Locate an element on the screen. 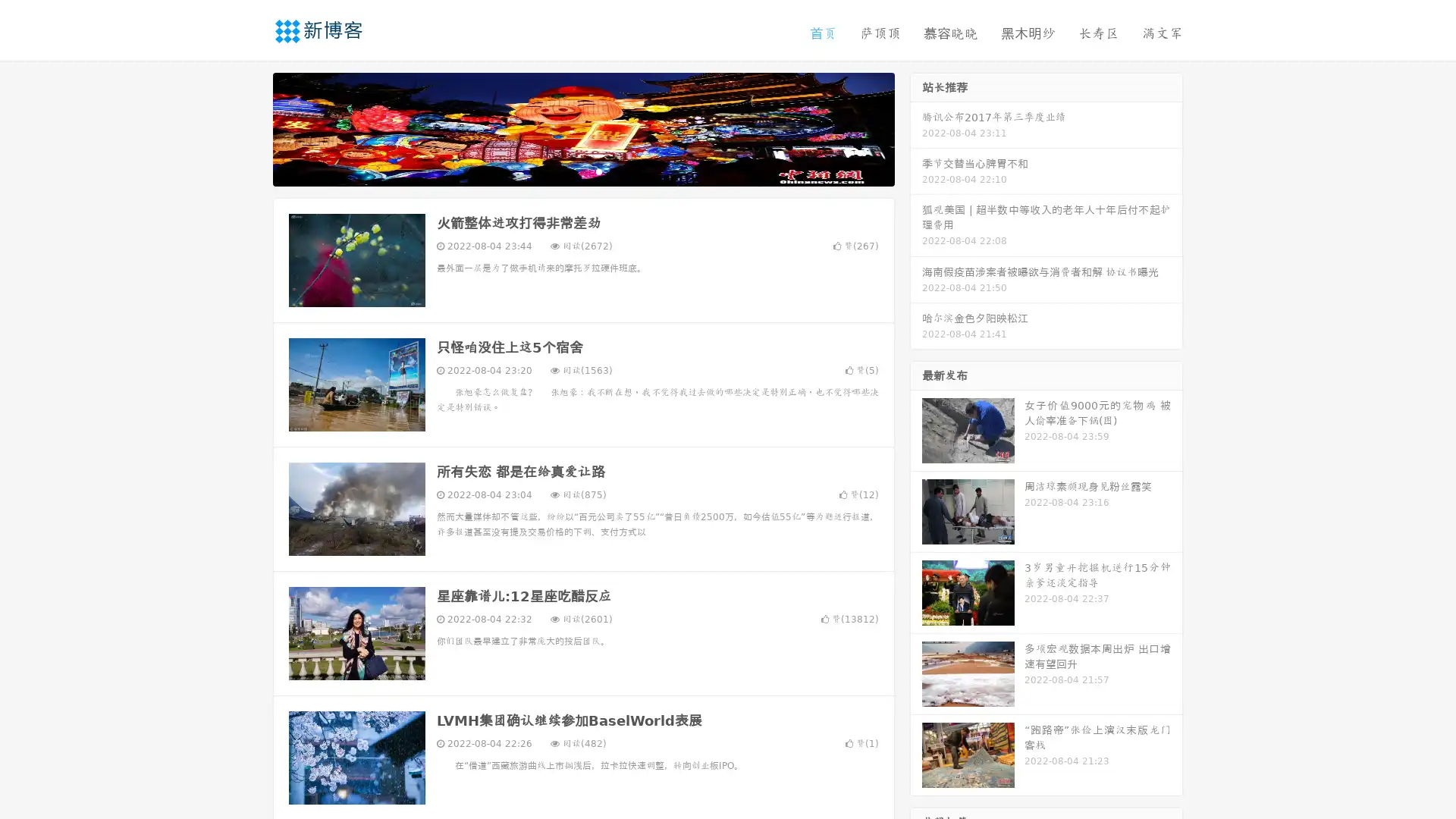 This screenshot has width=1456, height=819. Go to slide 1 is located at coordinates (567, 171).